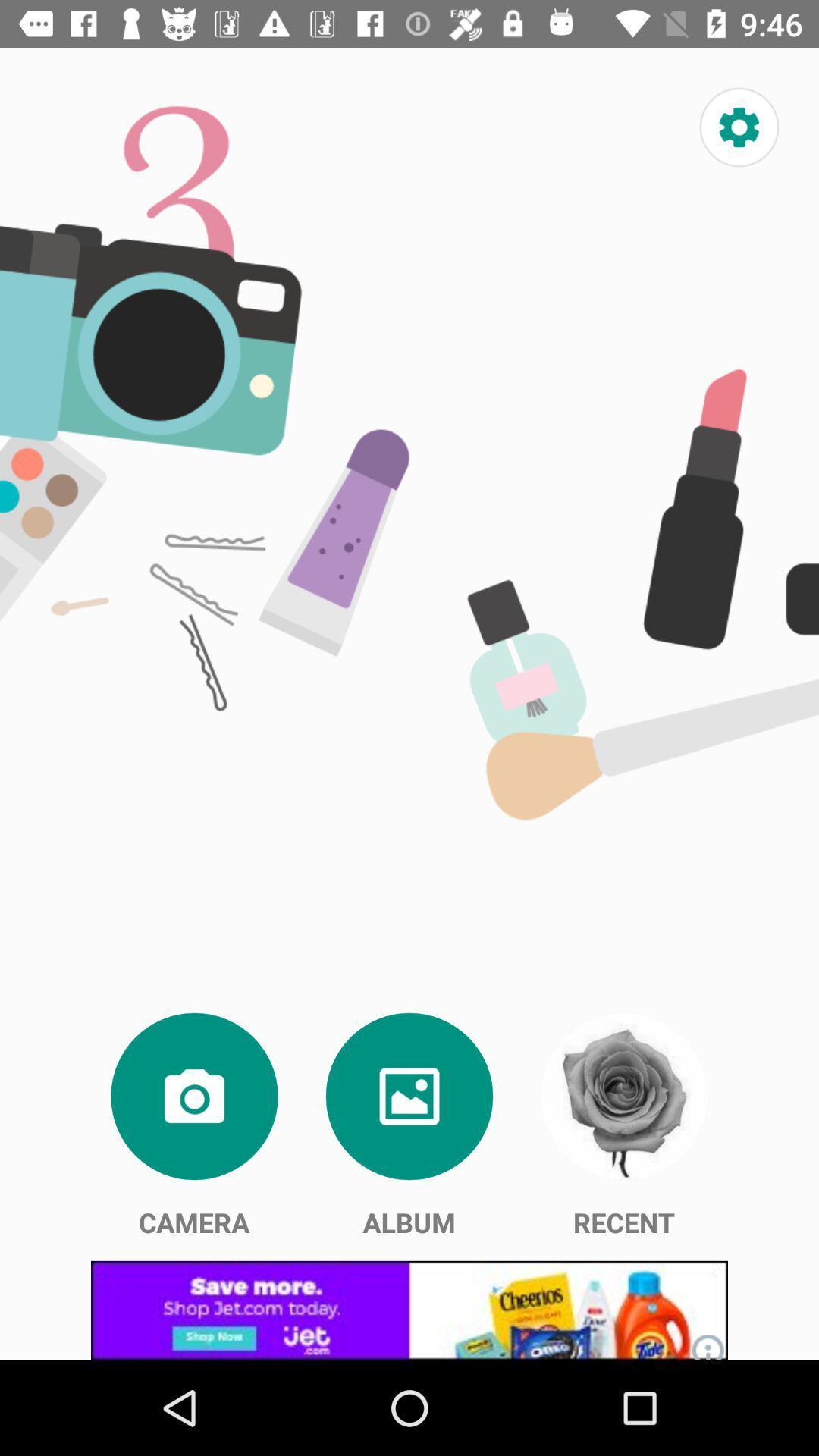  What do you see at coordinates (739, 127) in the screenshot?
I see `settings` at bounding box center [739, 127].